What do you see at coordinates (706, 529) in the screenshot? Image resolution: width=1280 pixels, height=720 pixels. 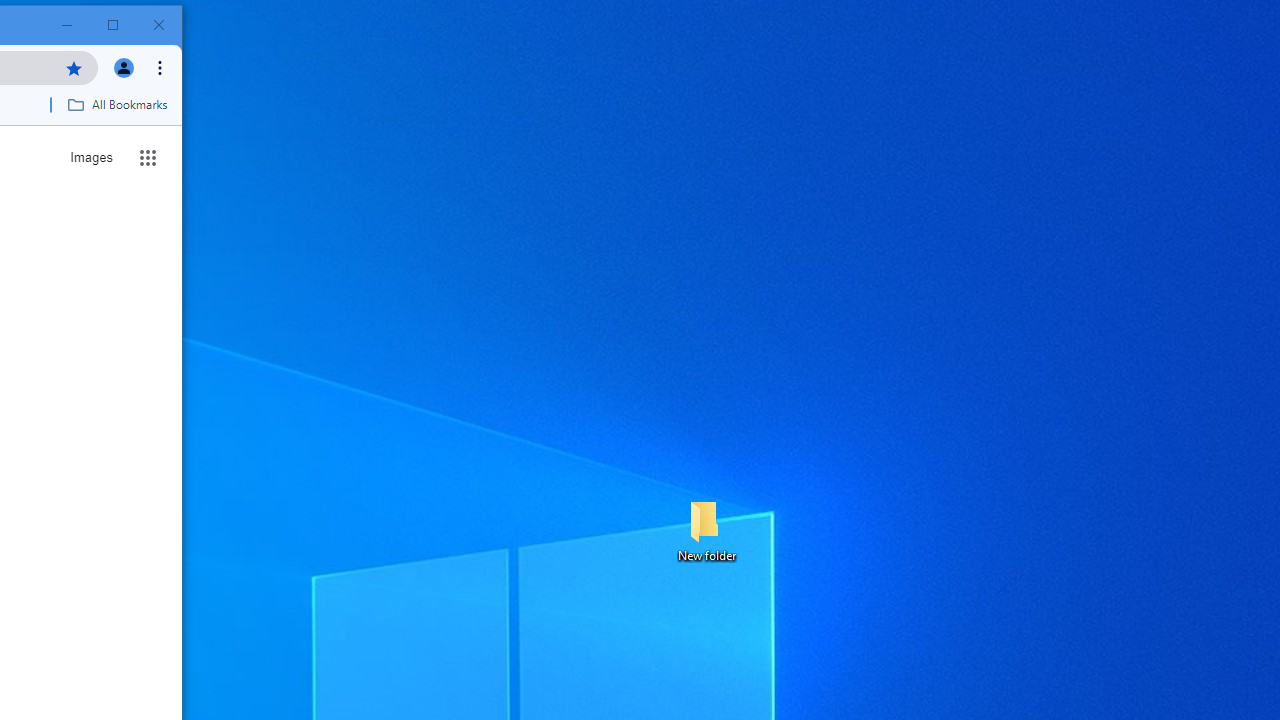 I see `'New folder'` at bounding box center [706, 529].